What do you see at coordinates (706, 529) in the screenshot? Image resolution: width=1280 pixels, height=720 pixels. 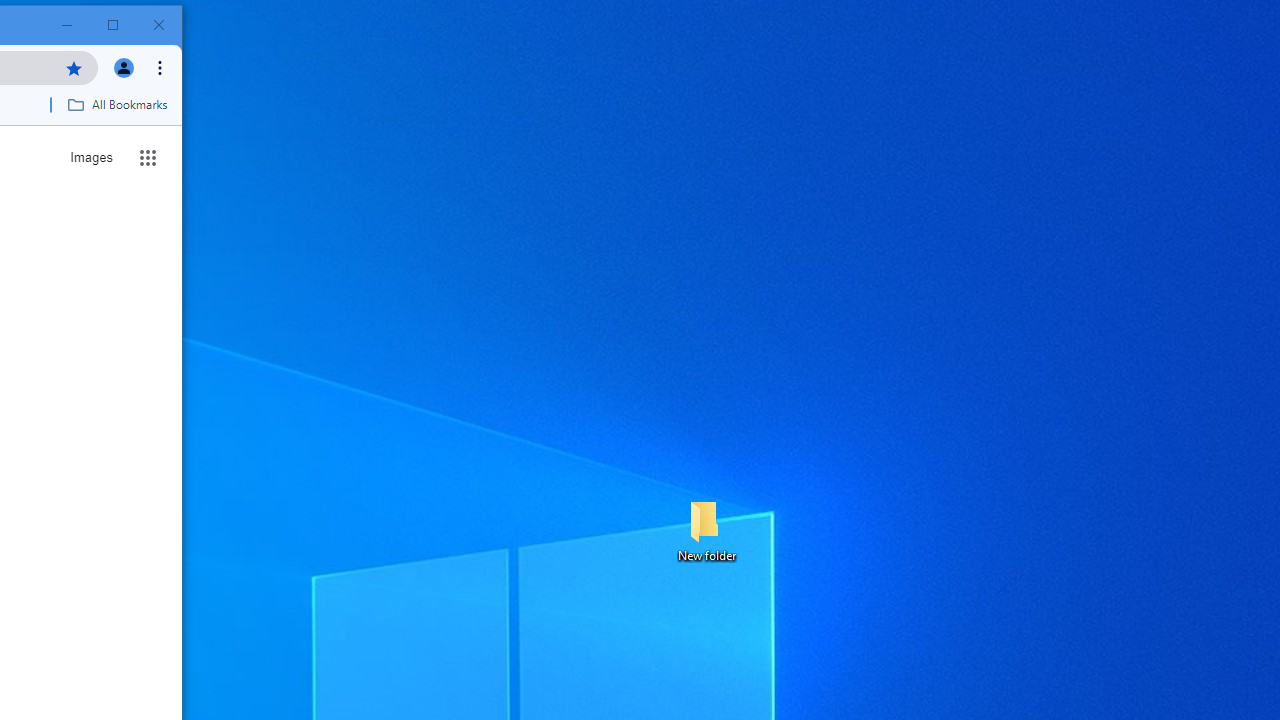 I see `'New folder'` at bounding box center [706, 529].